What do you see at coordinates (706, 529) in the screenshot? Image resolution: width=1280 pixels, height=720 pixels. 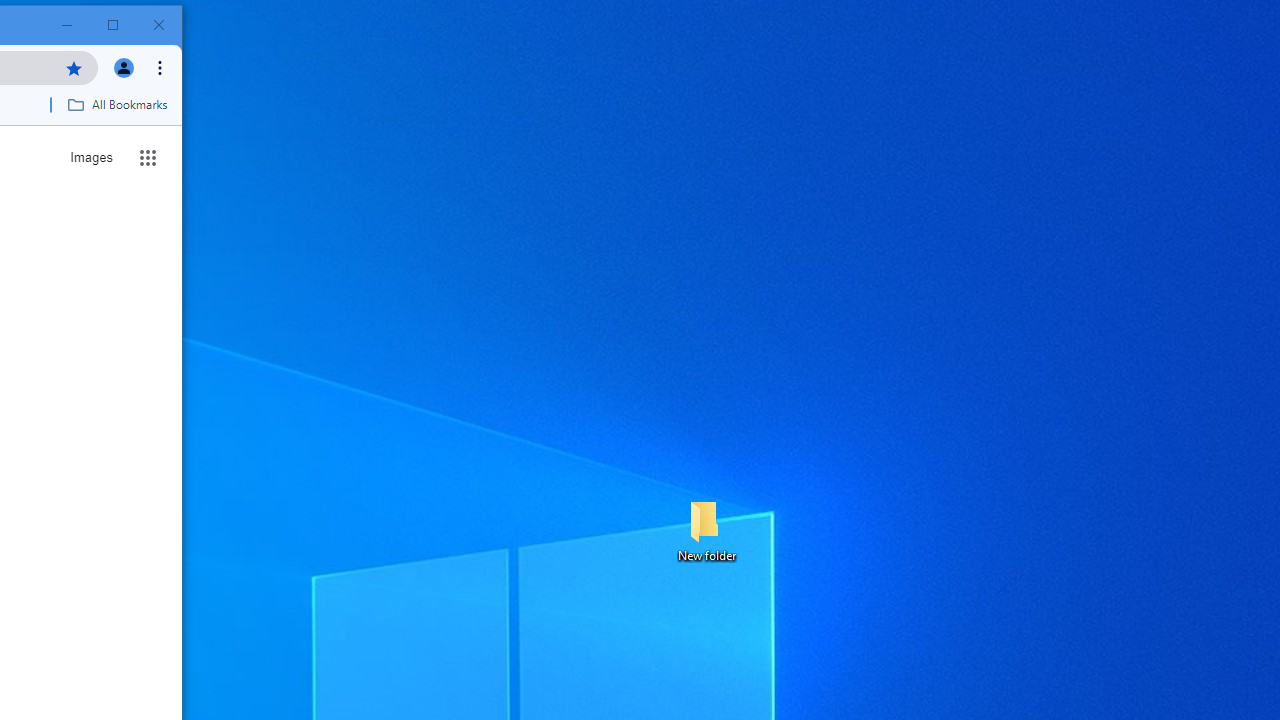 I see `'New folder'` at bounding box center [706, 529].